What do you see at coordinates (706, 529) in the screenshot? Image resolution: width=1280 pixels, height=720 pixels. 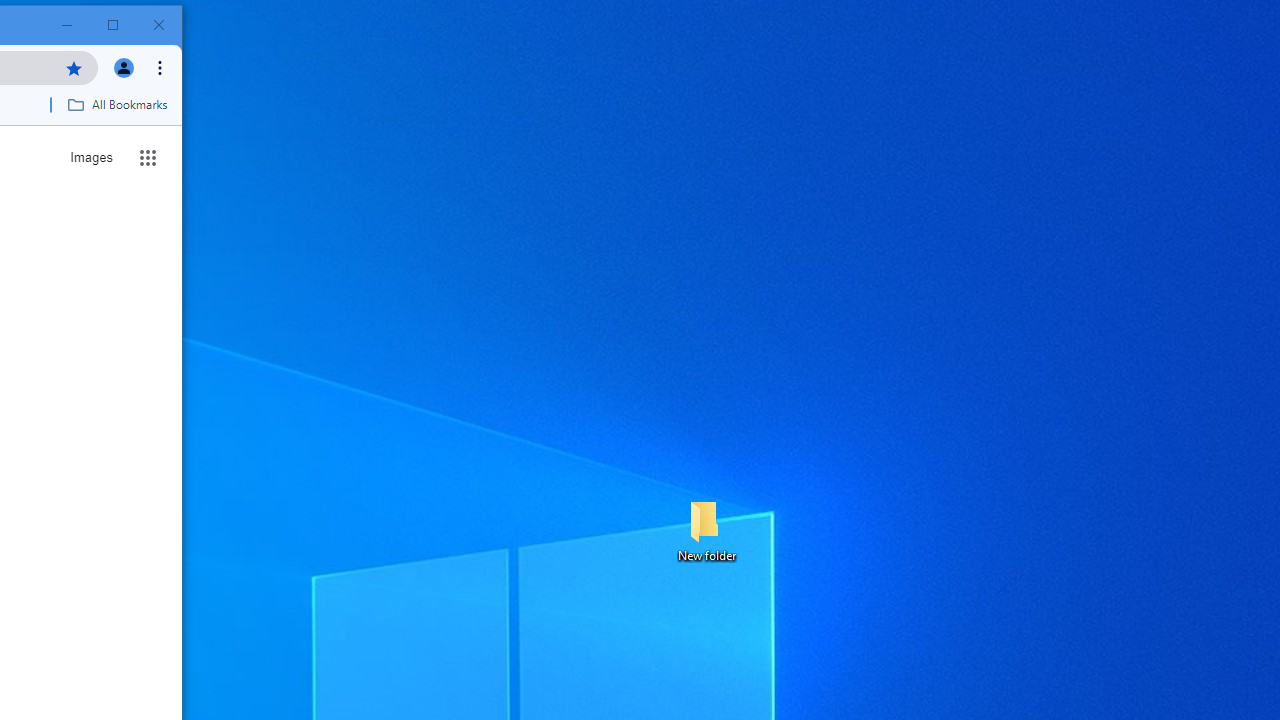 I see `'New folder'` at bounding box center [706, 529].